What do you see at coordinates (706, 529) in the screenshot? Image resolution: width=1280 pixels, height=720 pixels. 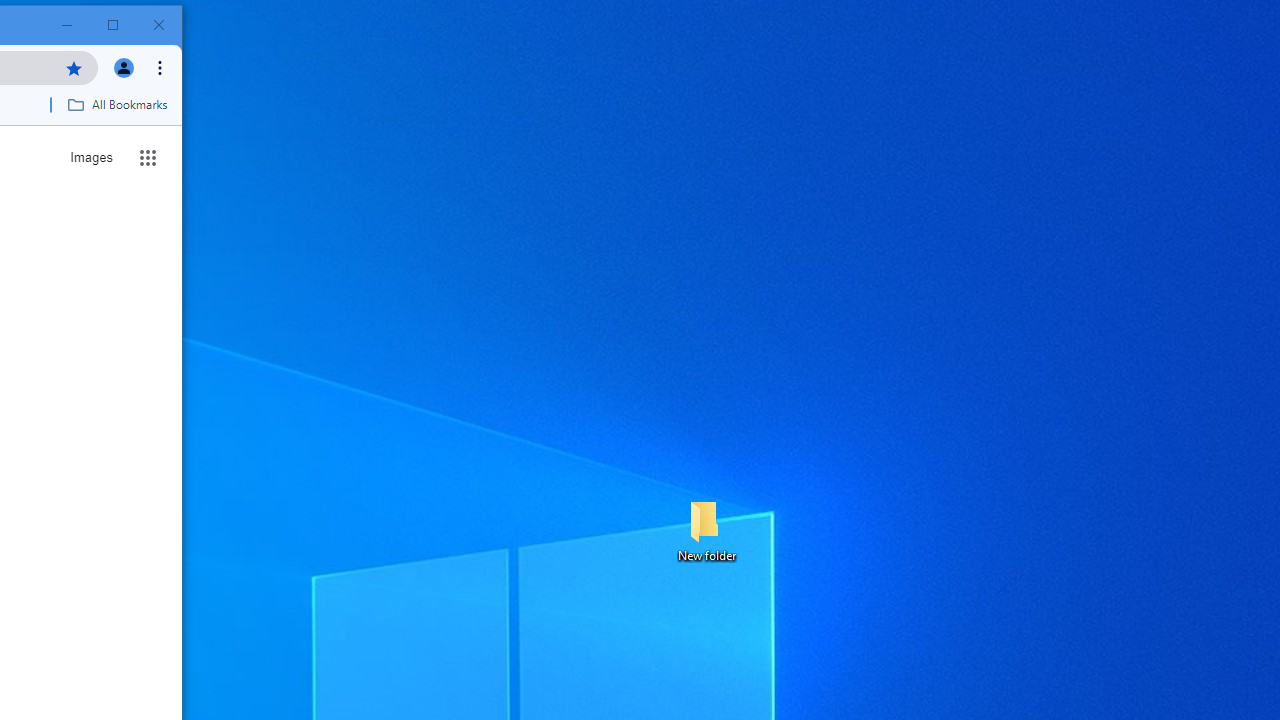 I see `'New folder'` at bounding box center [706, 529].